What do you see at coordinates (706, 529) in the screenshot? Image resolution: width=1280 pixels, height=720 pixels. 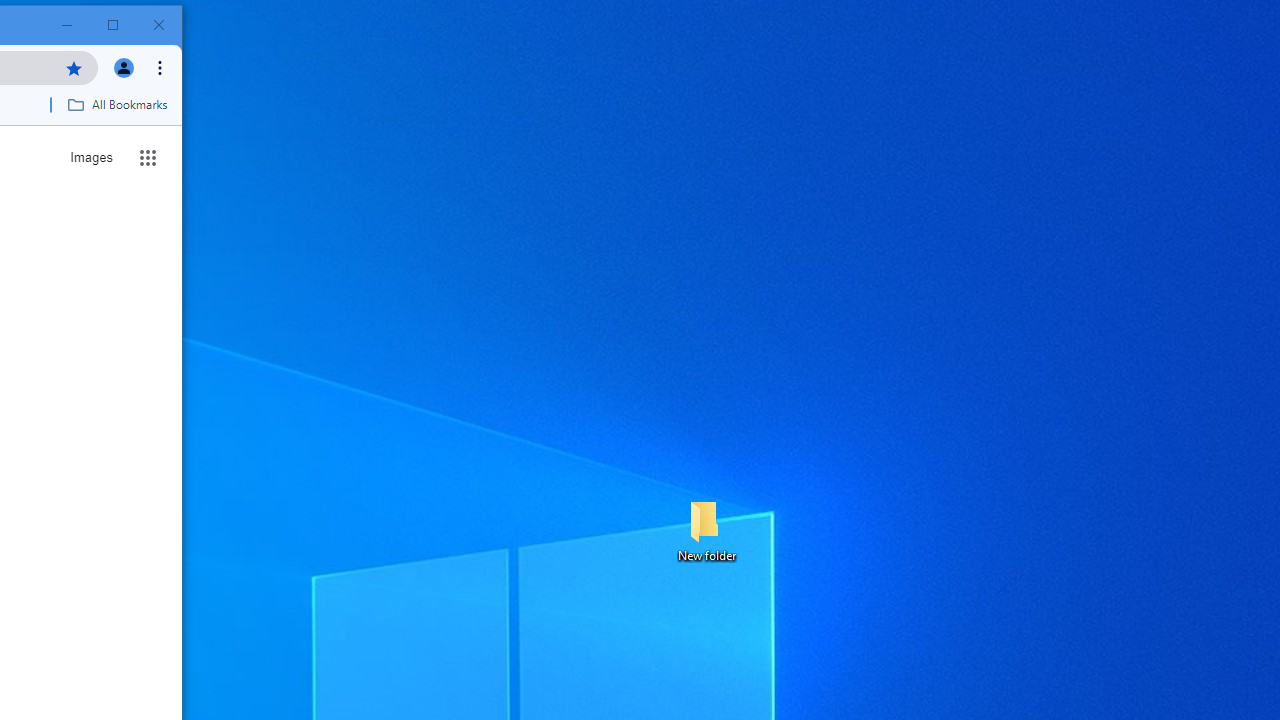 I see `'New folder'` at bounding box center [706, 529].